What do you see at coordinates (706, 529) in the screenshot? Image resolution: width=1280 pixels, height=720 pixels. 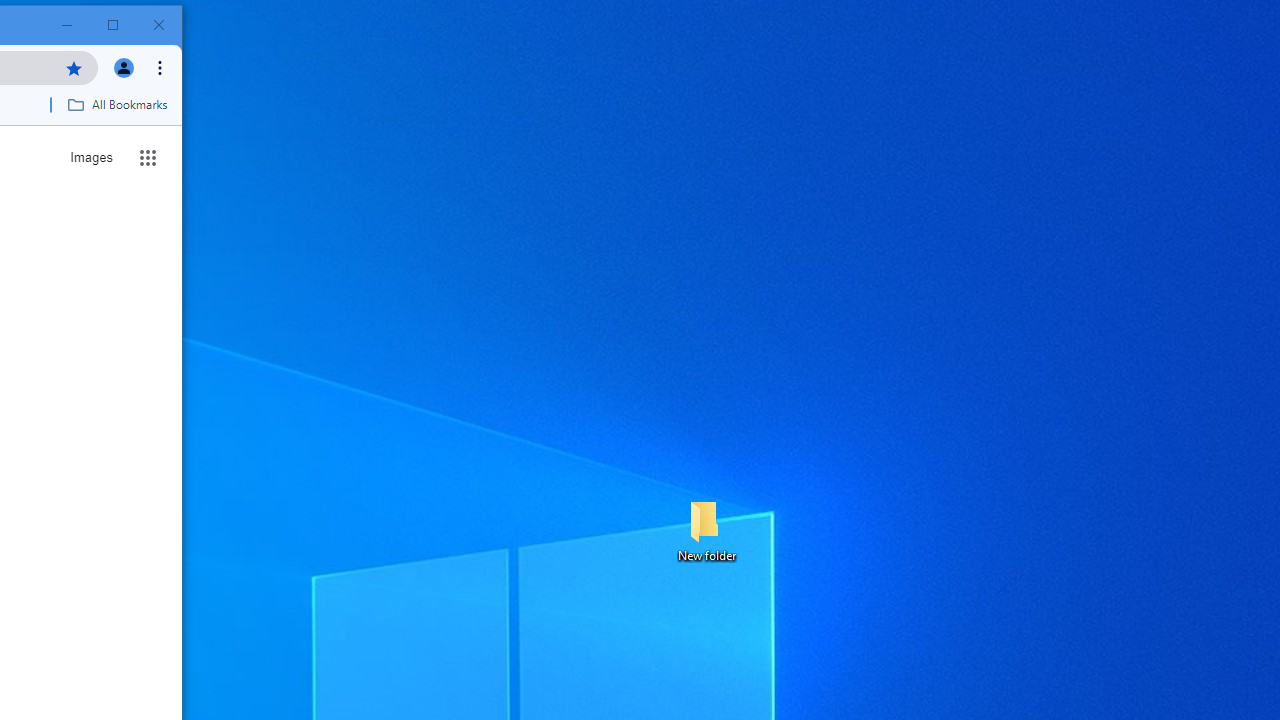 I see `'New folder'` at bounding box center [706, 529].